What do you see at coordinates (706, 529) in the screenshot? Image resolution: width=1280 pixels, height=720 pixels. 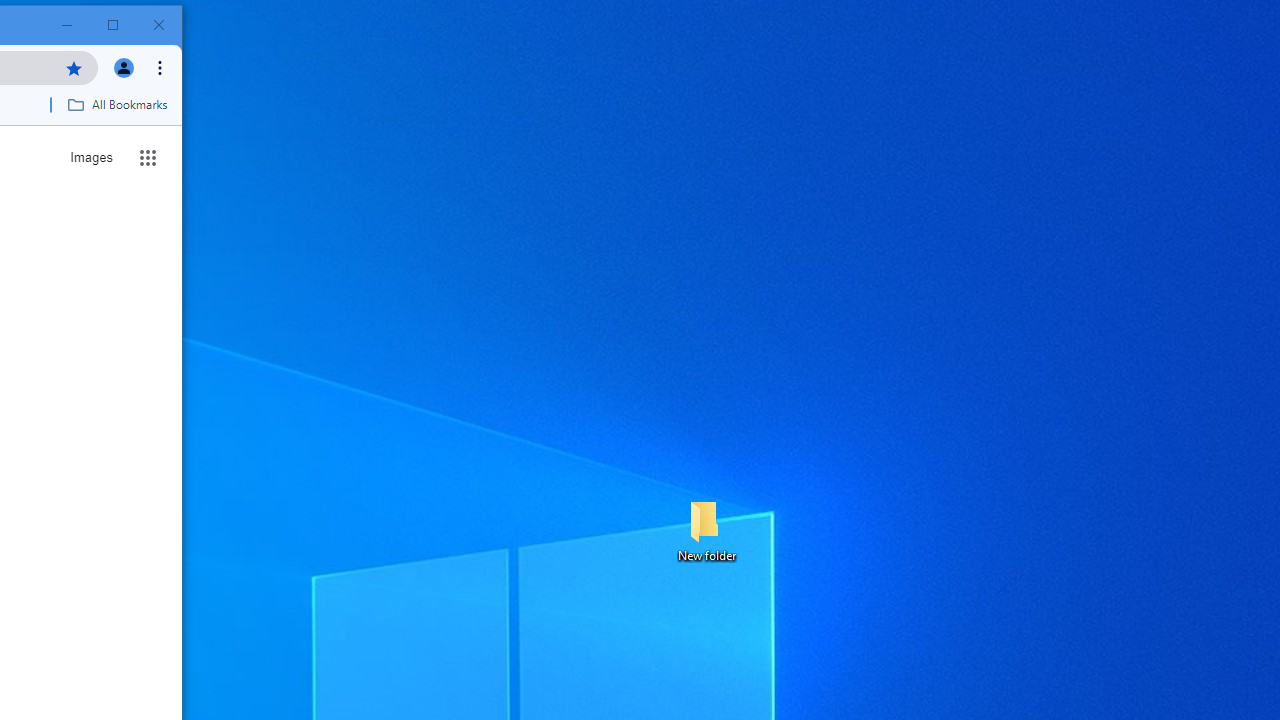 I see `'New folder'` at bounding box center [706, 529].